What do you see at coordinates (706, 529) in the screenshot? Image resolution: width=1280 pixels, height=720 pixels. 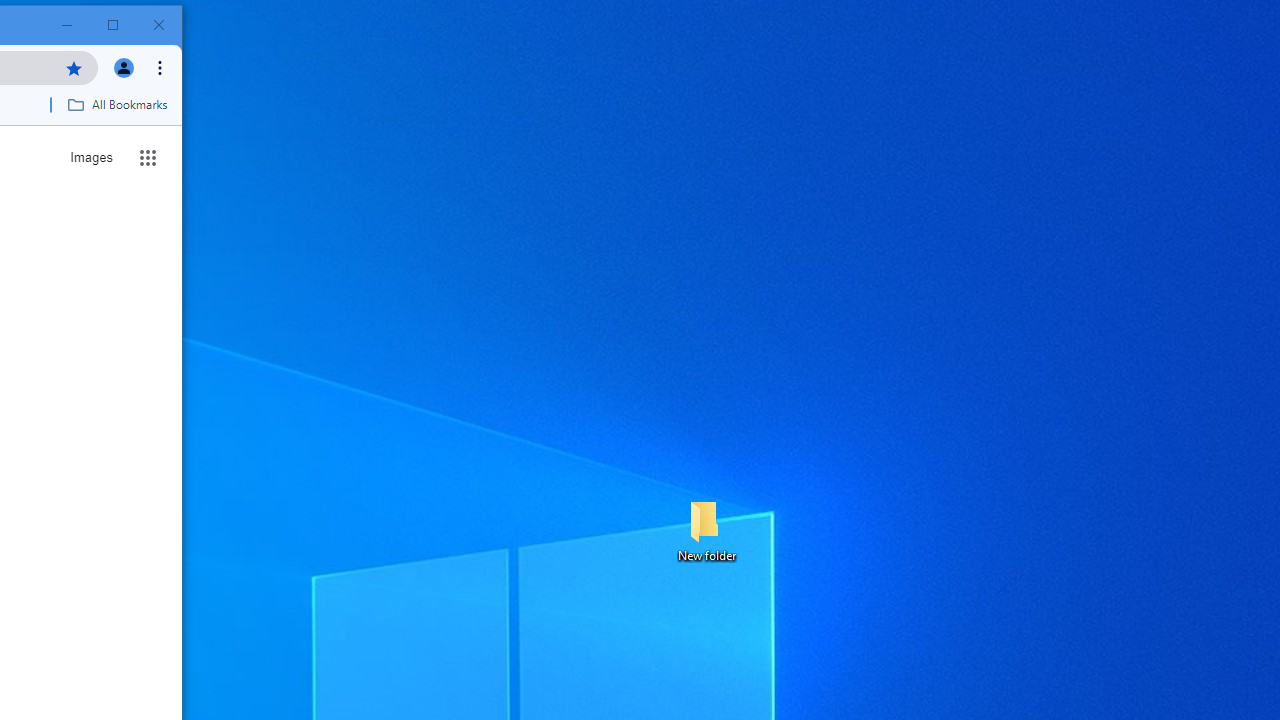 I see `'New folder'` at bounding box center [706, 529].